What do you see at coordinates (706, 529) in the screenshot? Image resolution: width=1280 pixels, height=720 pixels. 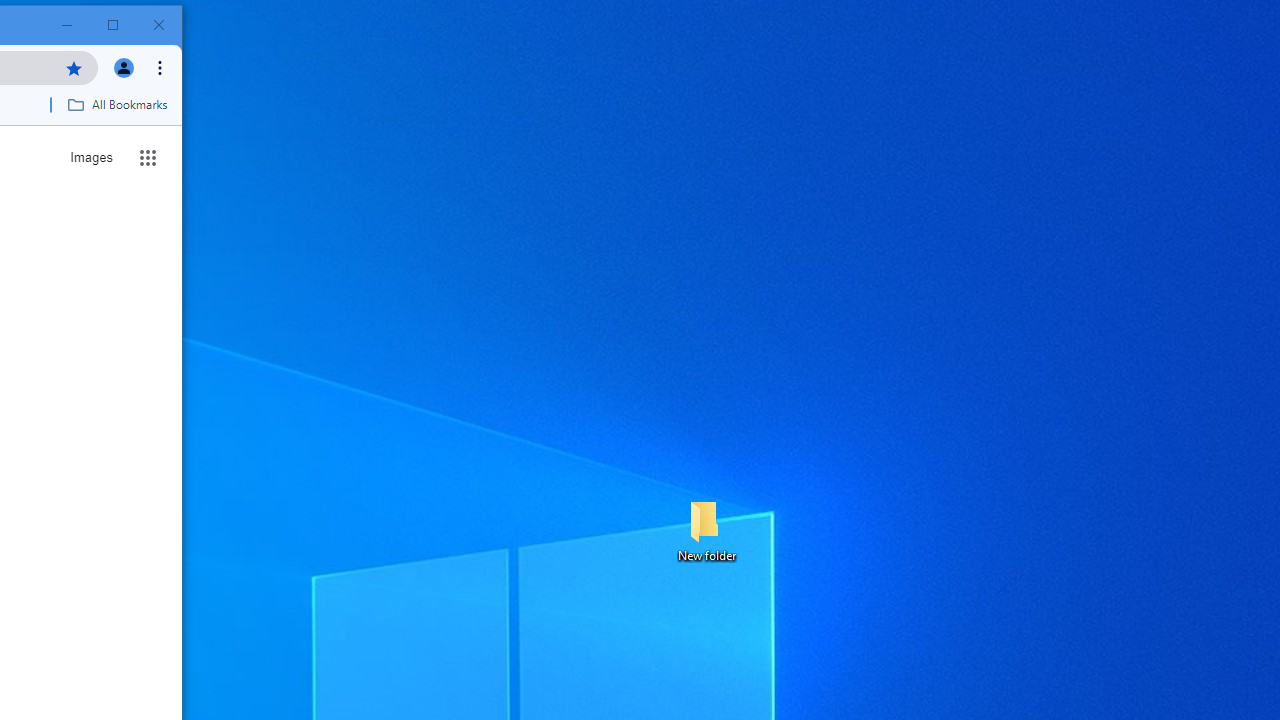 I see `'New folder'` at bounding box center [706, 529].